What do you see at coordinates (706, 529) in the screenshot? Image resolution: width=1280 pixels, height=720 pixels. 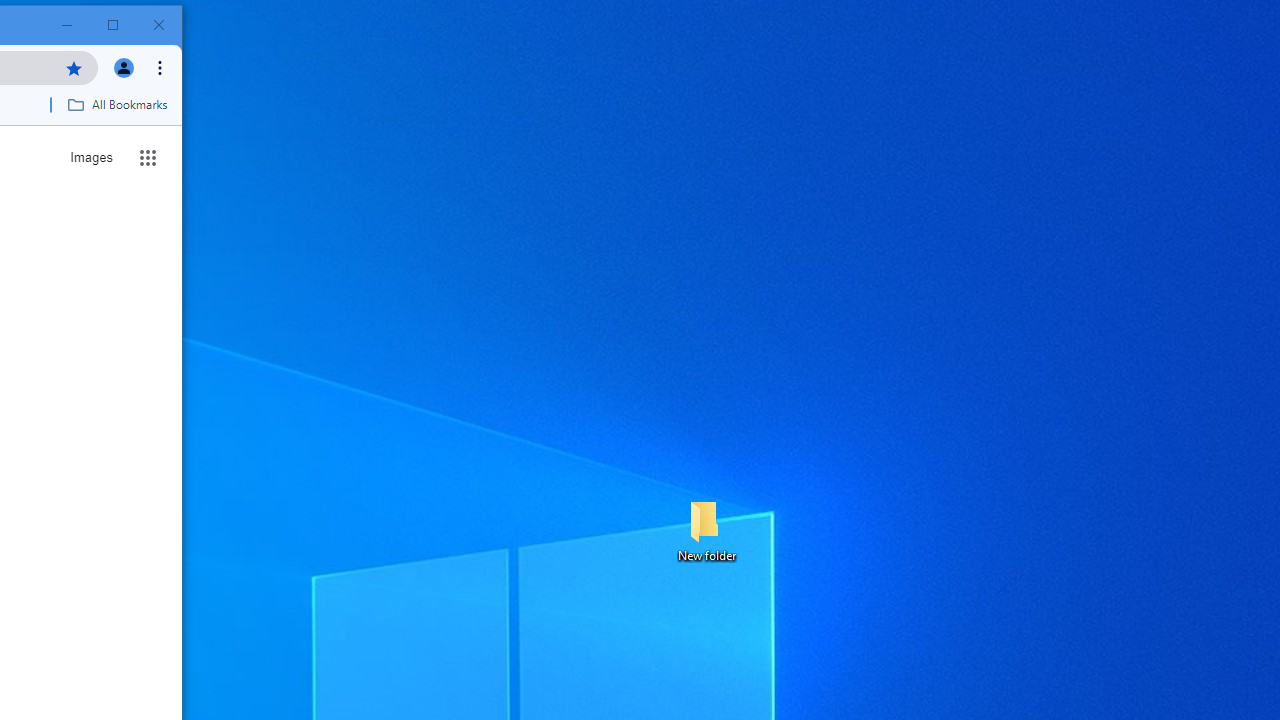 I see `'New folder'` at bounding box center [706, 529].